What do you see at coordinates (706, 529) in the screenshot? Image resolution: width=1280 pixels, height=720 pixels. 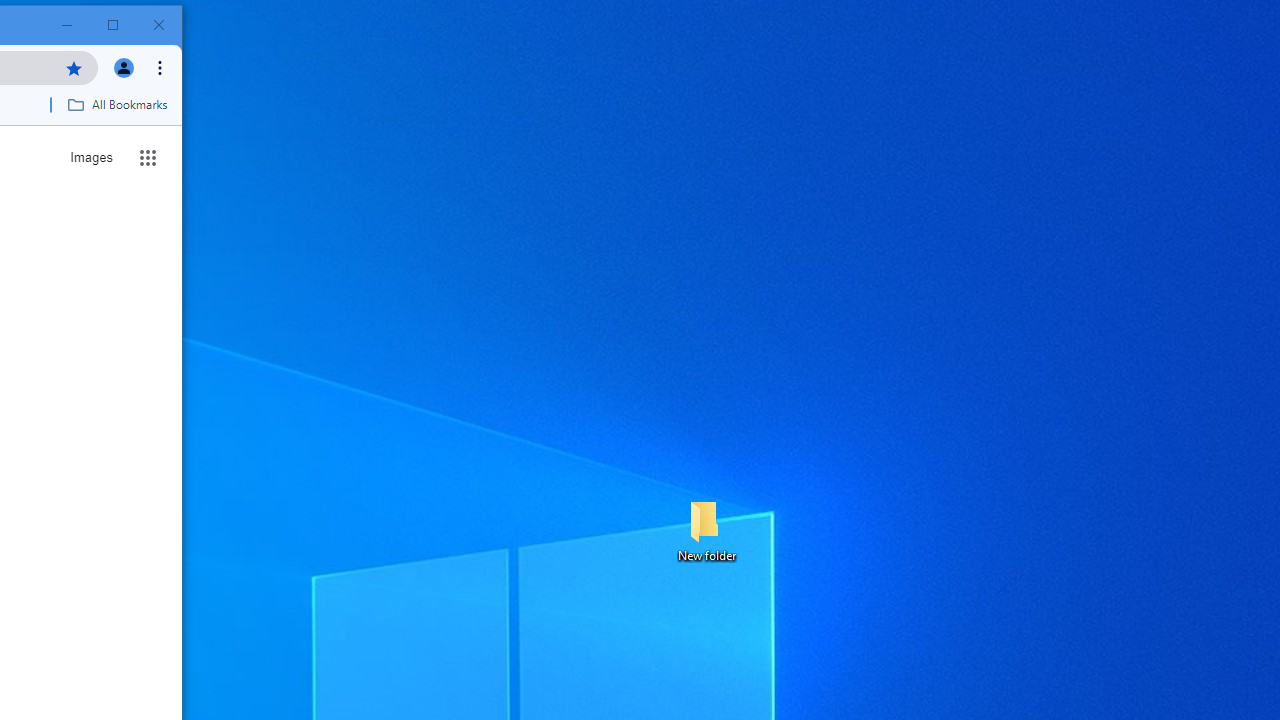 I see `'New folder'` at bounding box center [706, 529].